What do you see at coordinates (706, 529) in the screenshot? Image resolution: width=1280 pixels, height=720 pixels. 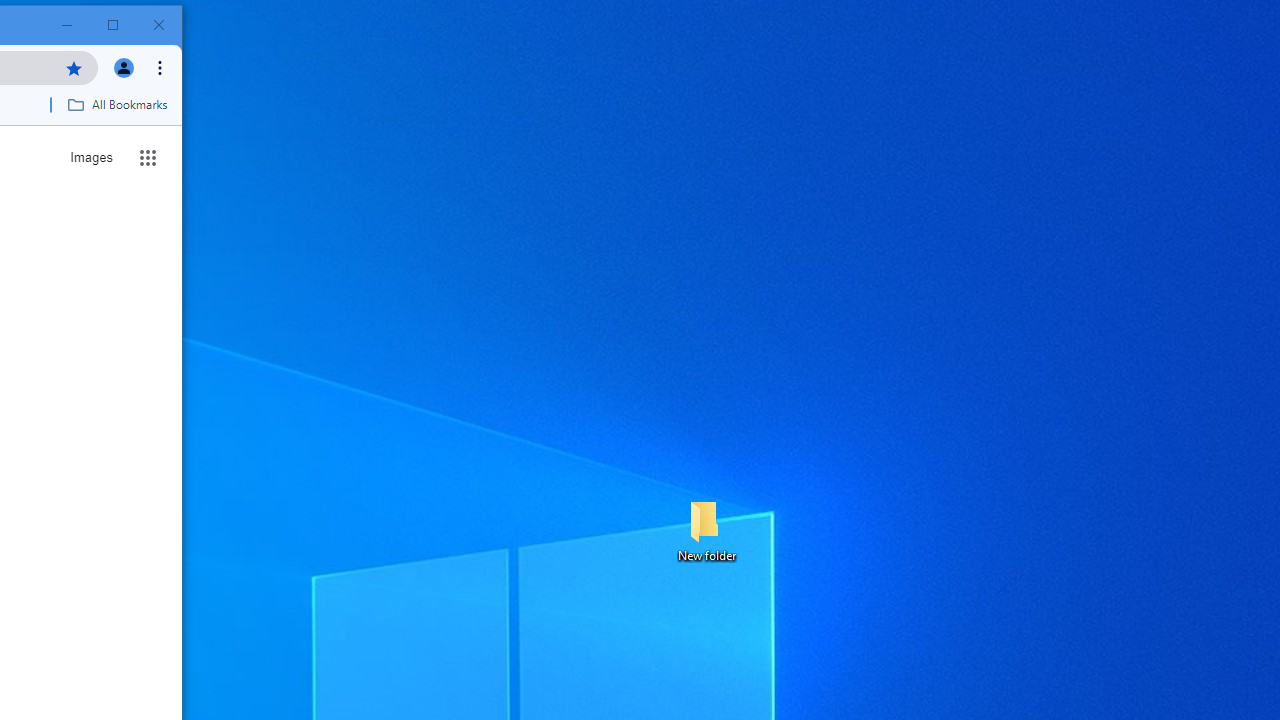 I see `'New folder'` at bounding box center [706, 529].